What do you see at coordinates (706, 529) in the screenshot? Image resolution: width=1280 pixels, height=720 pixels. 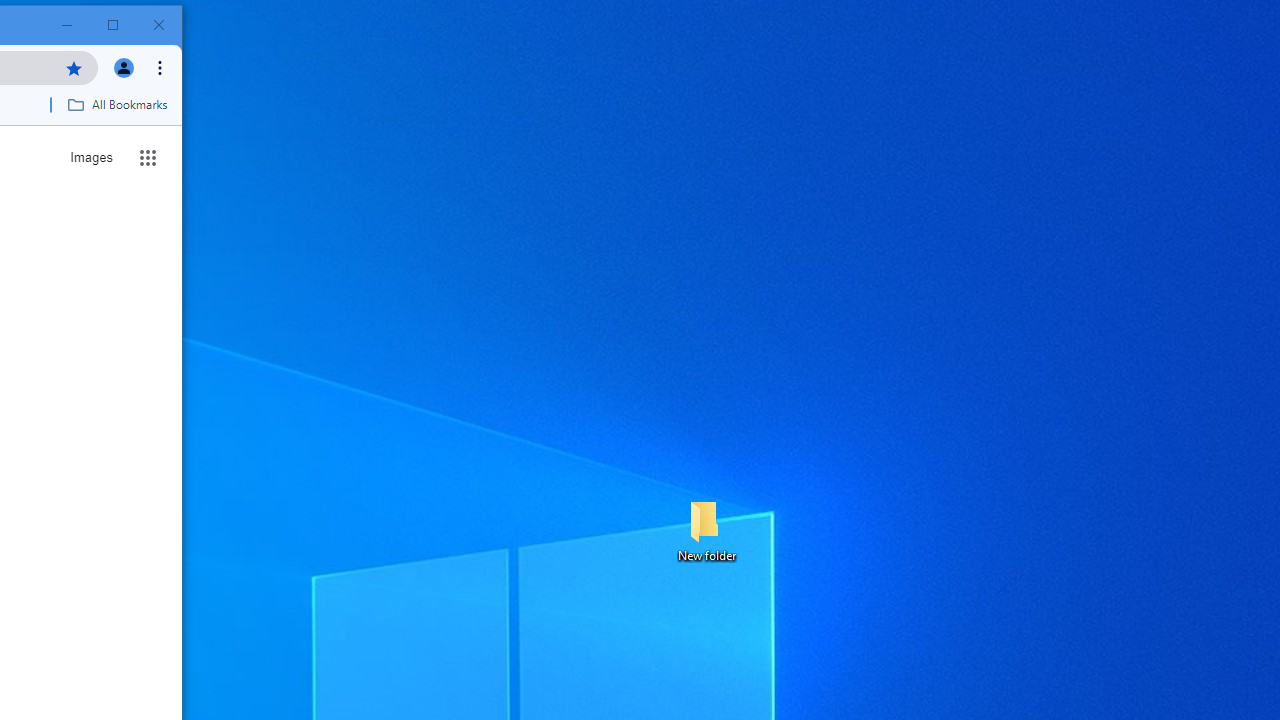 I see `'New folder'` at bounding box center [706, 529].